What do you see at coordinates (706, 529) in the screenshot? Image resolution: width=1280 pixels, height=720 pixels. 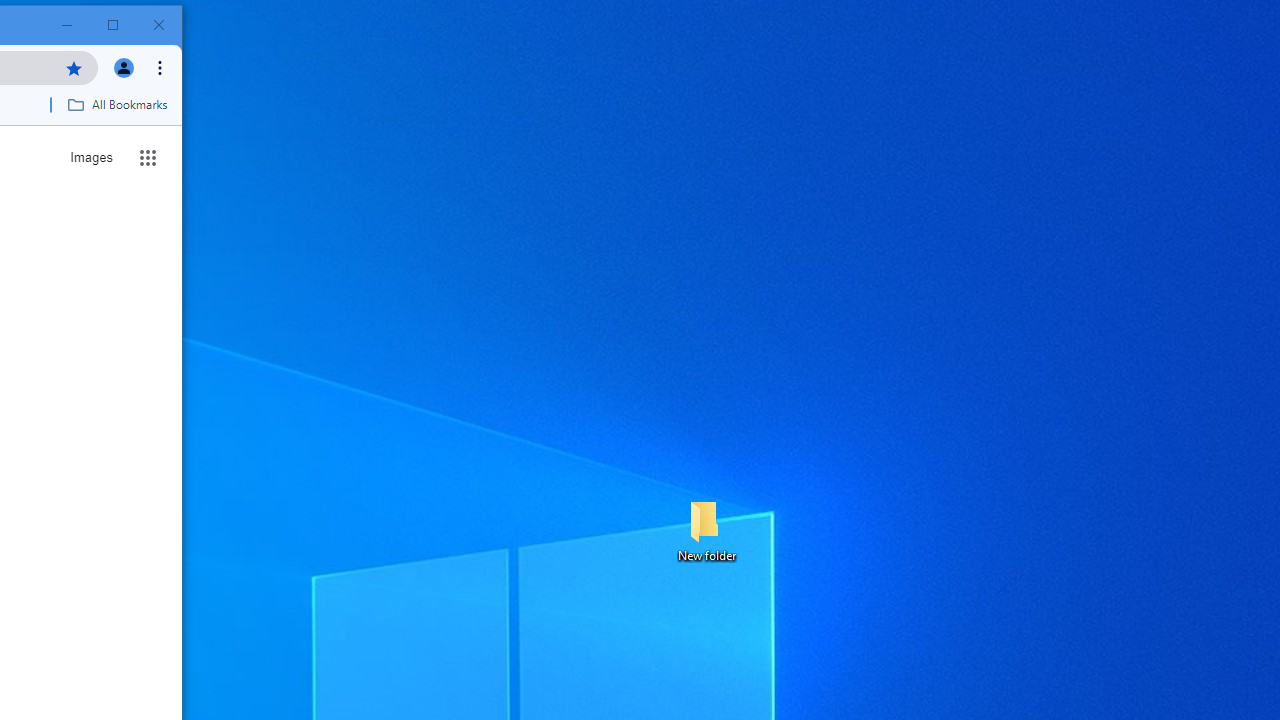 I see `'New folder'` at bounding box center [706, 529].